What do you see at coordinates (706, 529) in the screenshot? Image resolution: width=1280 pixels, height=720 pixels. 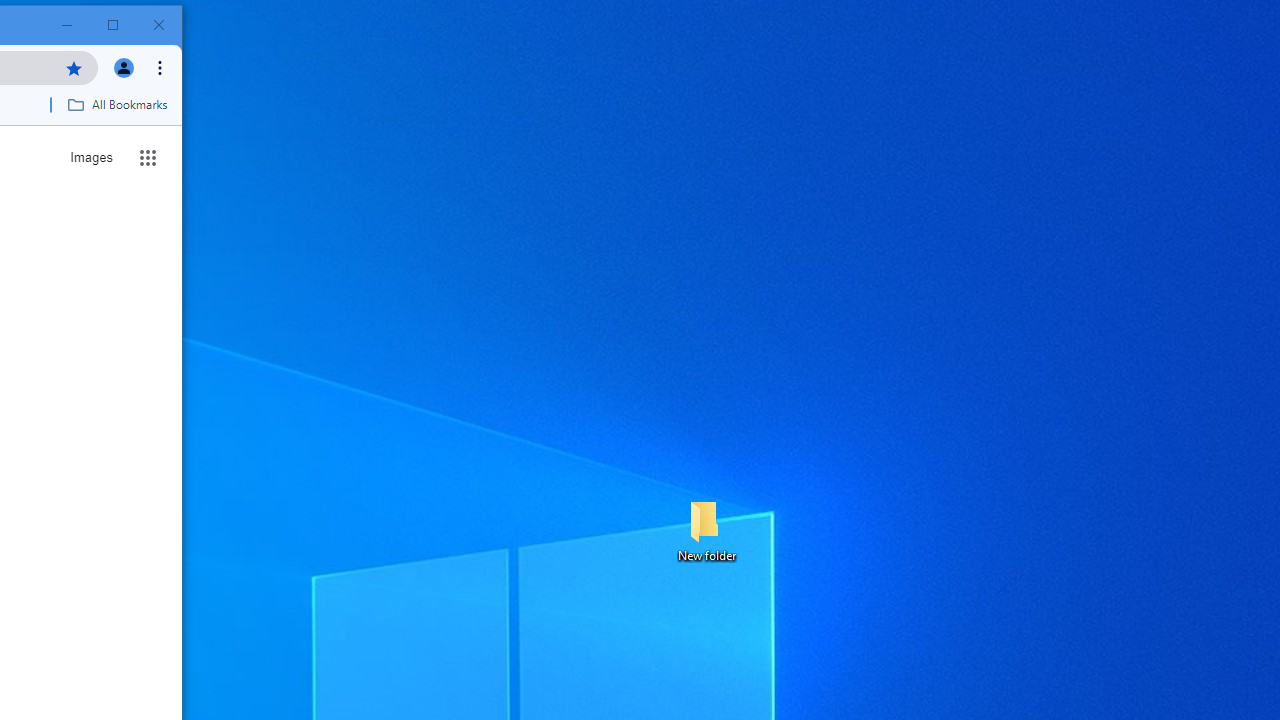 I see `'New folder'` at bounding box center [706, 529].